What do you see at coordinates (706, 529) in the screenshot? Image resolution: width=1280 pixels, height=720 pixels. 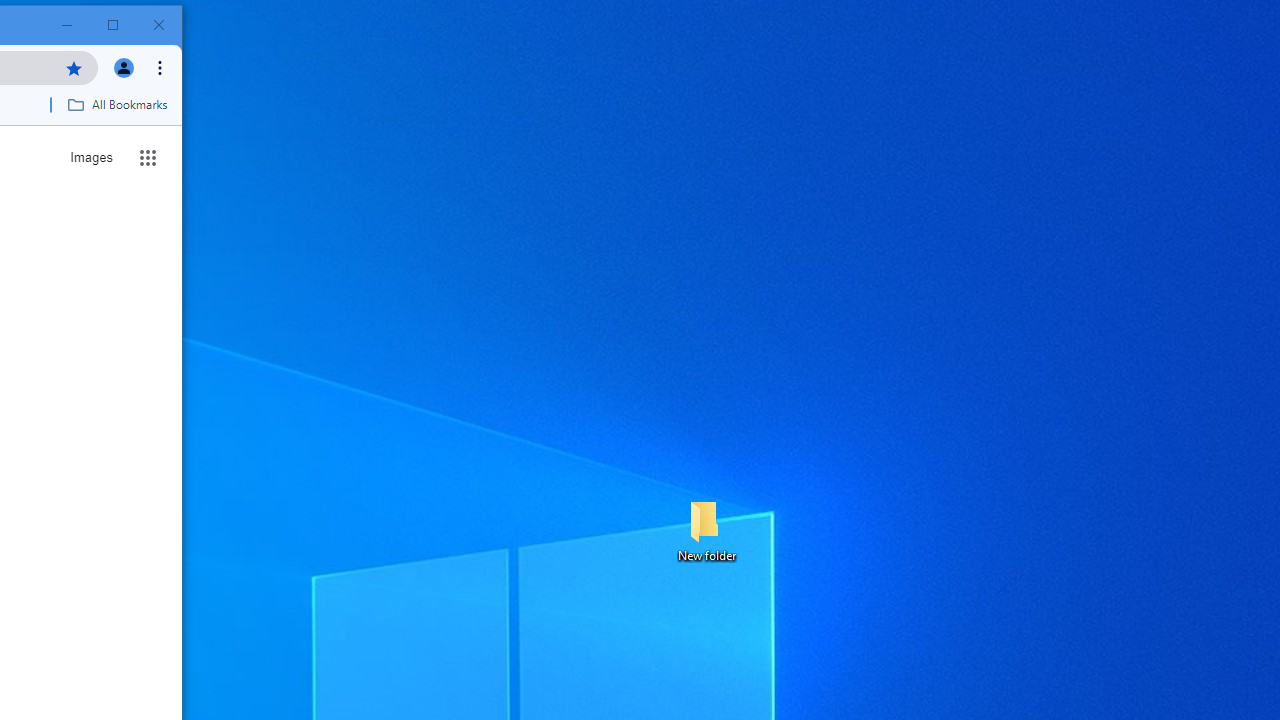 I see `'New folder'` at bounding box center [706, 529].